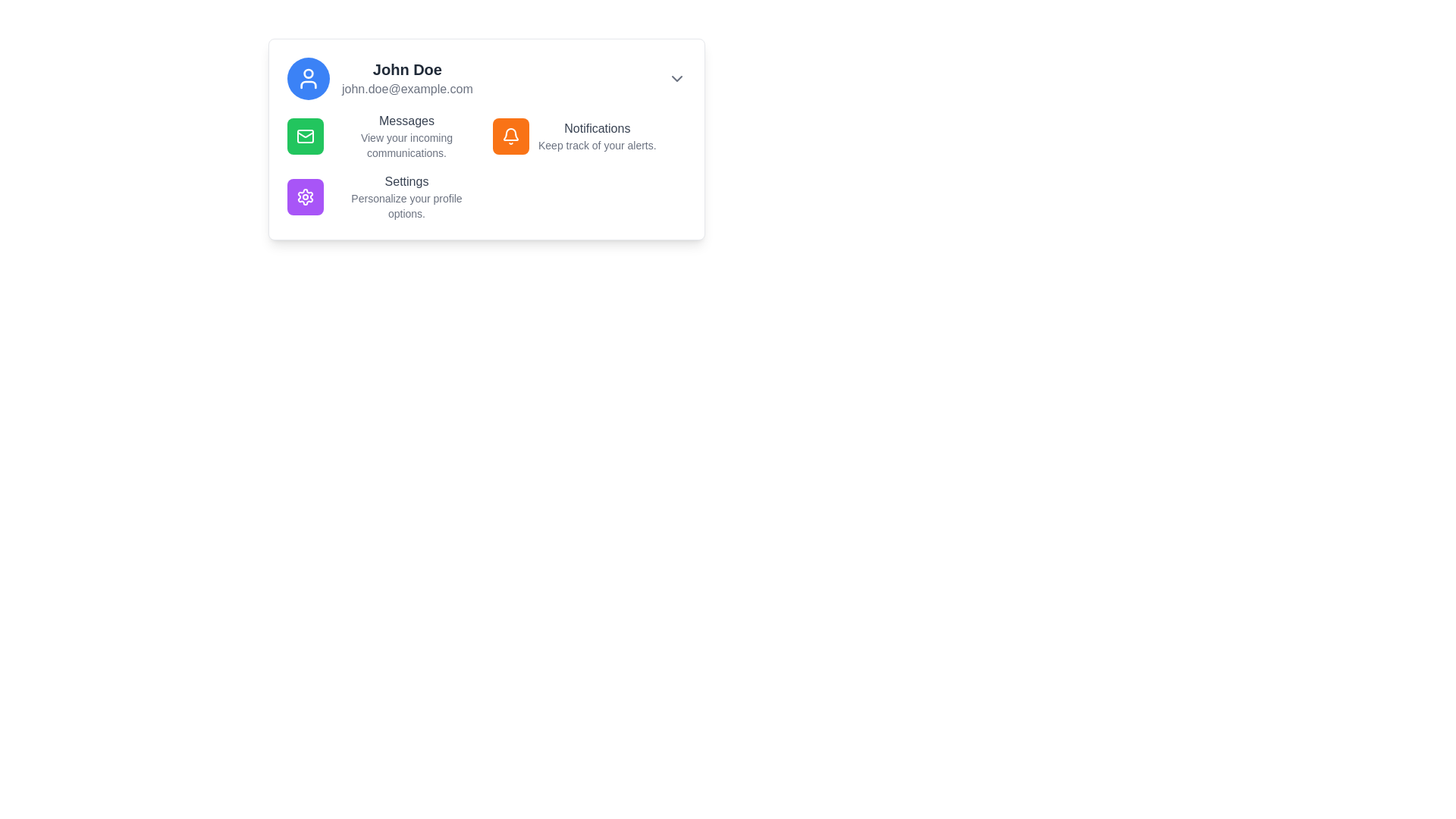  What do you see at coordinates (308, 84) in the screenshot?
I see `vector-based graphic element representing the shoulders and neck of the user icon located at the lower section of the circular avatar icon by clicking on it` at bounding box center [308, 84].